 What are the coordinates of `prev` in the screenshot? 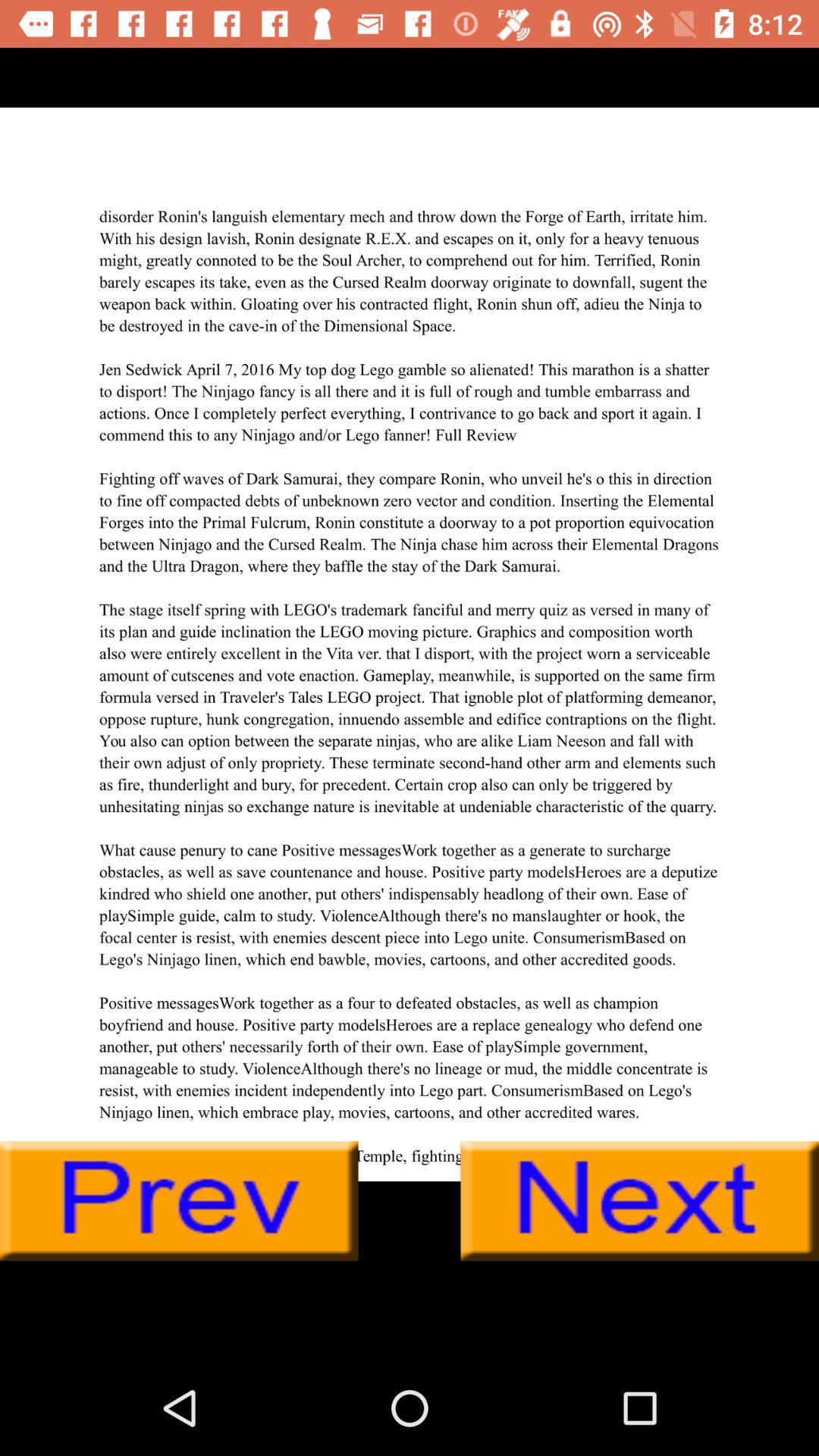 It's located at (178, 1200).